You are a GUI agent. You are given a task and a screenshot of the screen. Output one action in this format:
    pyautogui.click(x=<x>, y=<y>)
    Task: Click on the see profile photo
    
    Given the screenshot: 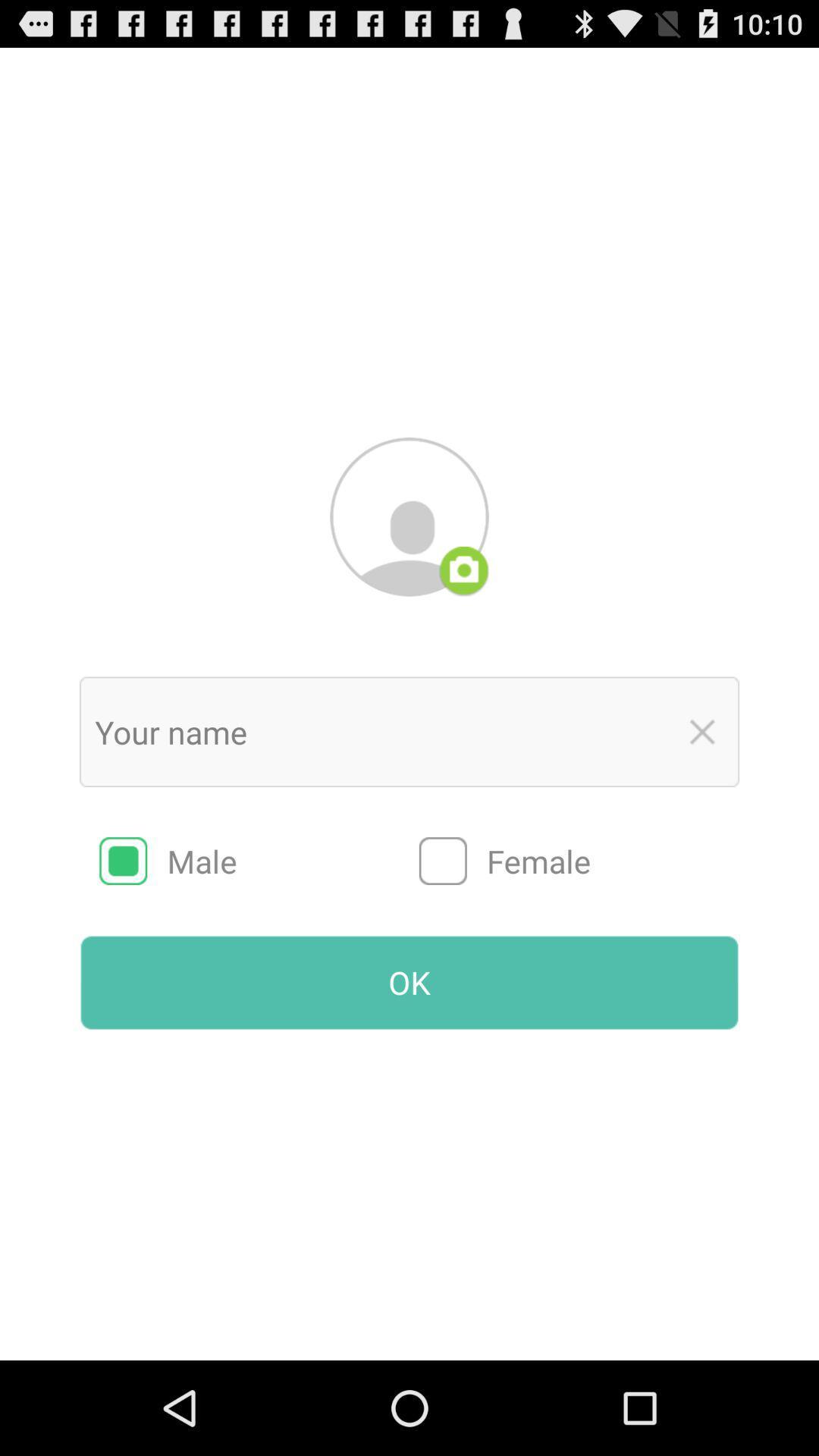 What is the action you would take?
    pyautogui.click(x=409, y=516)
    